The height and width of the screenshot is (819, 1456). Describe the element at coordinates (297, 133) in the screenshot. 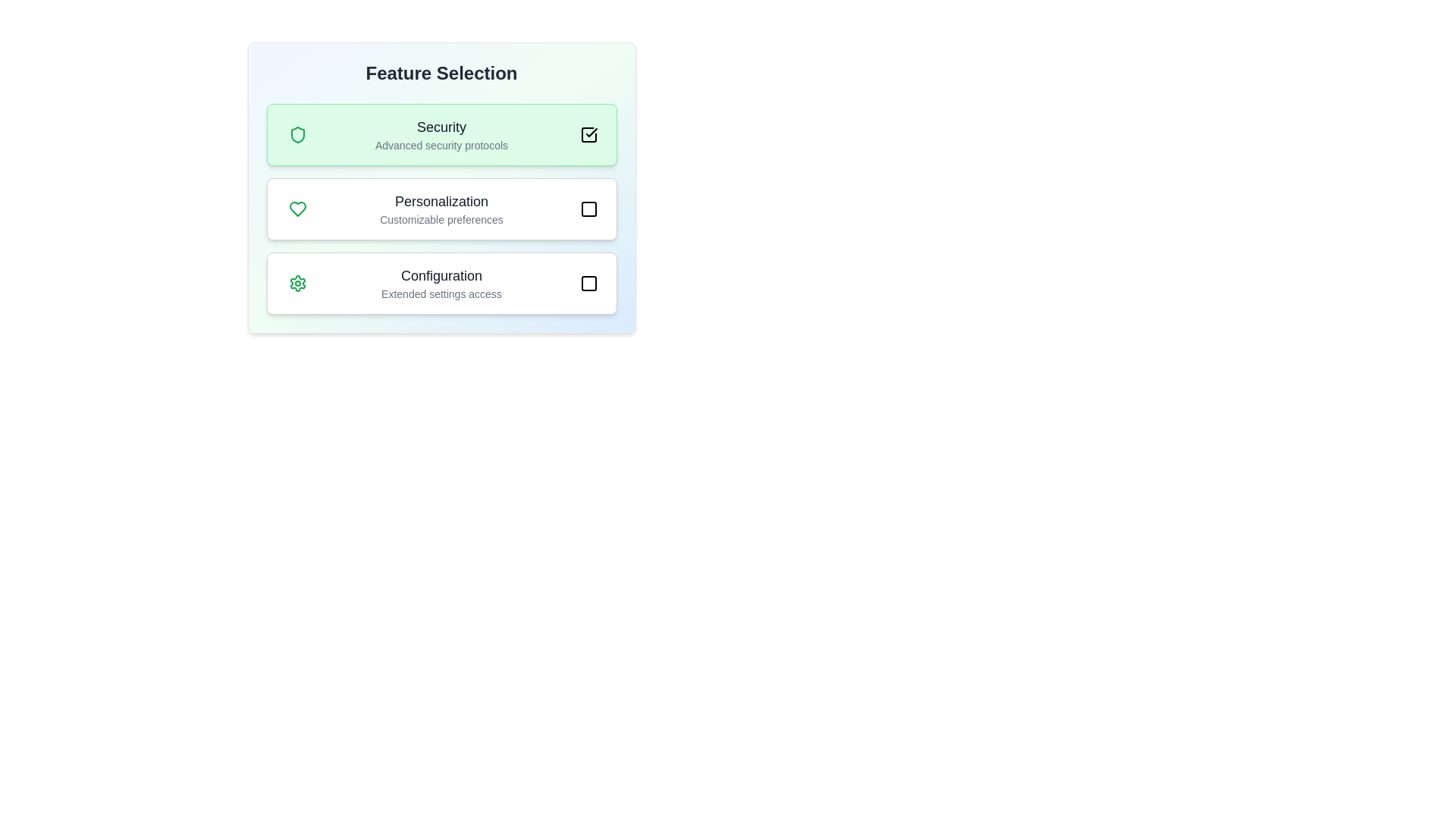

I see `the shield-shaped icon representing the 'Security' feature, which is located at the far left of the green-highlighted rectangle containing the Security feature item` at that location.